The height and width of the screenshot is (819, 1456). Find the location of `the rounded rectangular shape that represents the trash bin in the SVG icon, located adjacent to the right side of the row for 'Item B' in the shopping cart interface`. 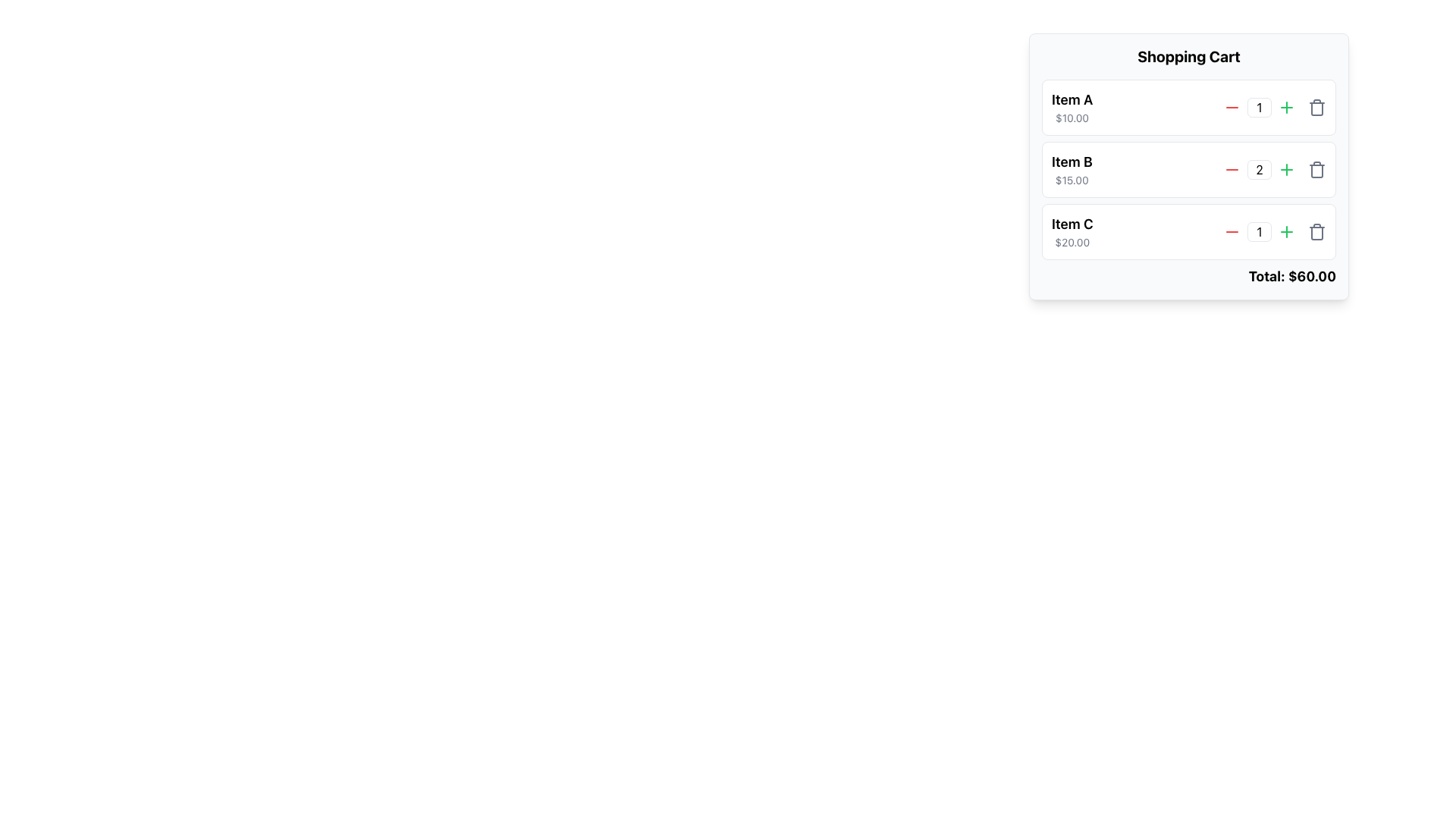

the rounded rectangular shape that represents the trash bin in the SVG icon, located adjacent to the right side of the row for 'Item B' in the shopping cart interface is located at coordinates (1316, 171).